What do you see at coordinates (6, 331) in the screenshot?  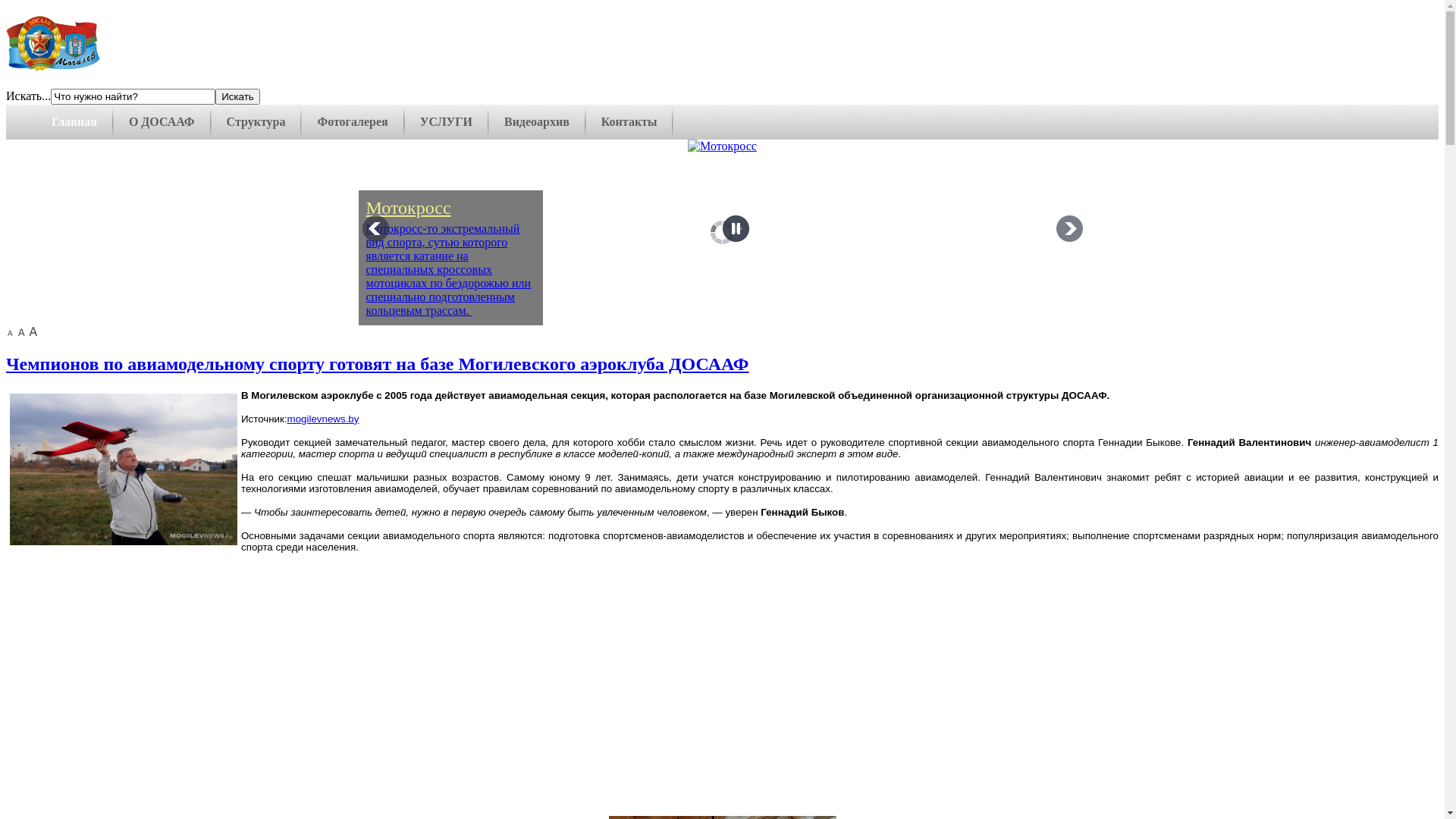 I see `'small size'` at bounding box center [6, 331].